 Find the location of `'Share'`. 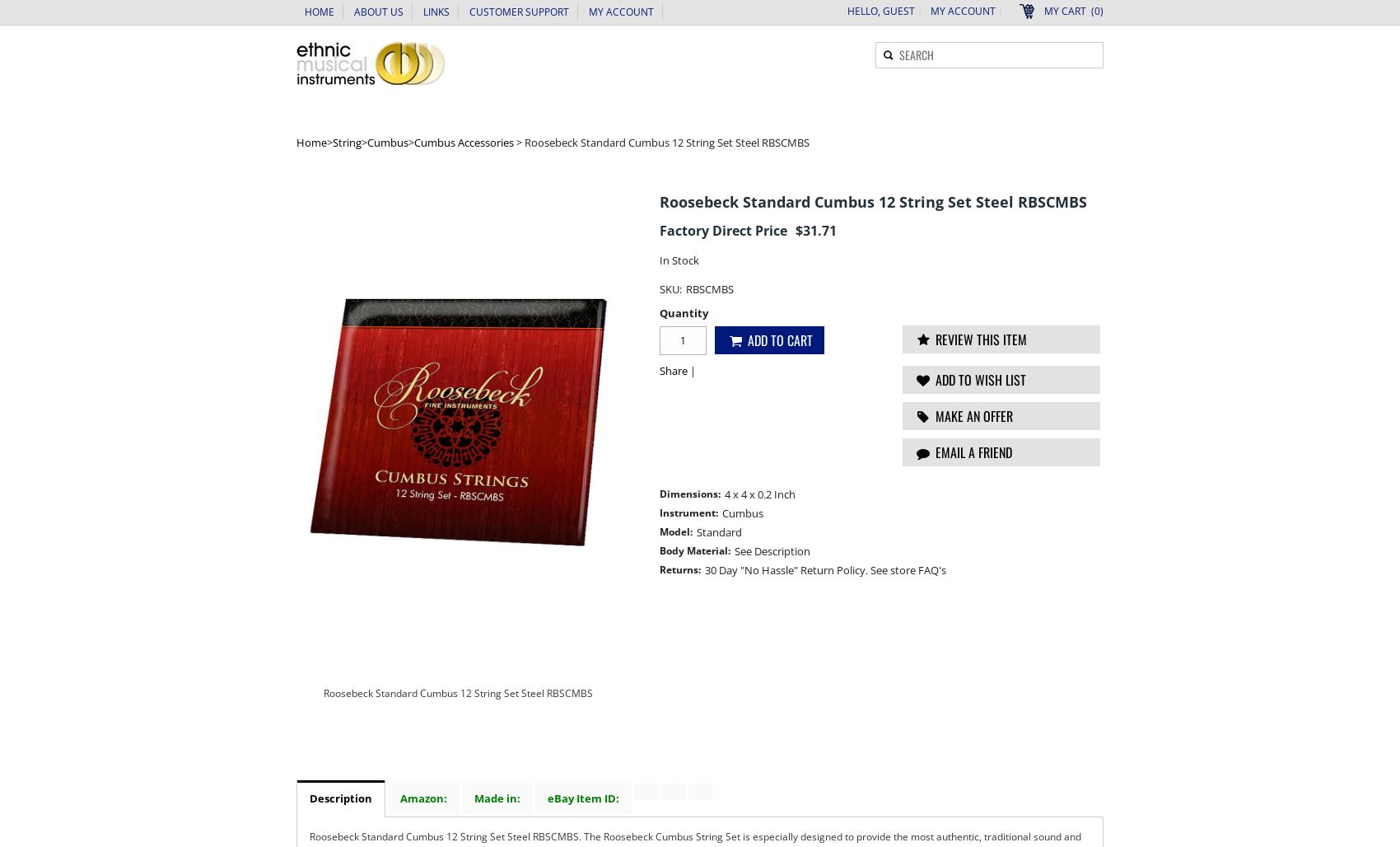

'Share' is located at coordinates (673, 370).